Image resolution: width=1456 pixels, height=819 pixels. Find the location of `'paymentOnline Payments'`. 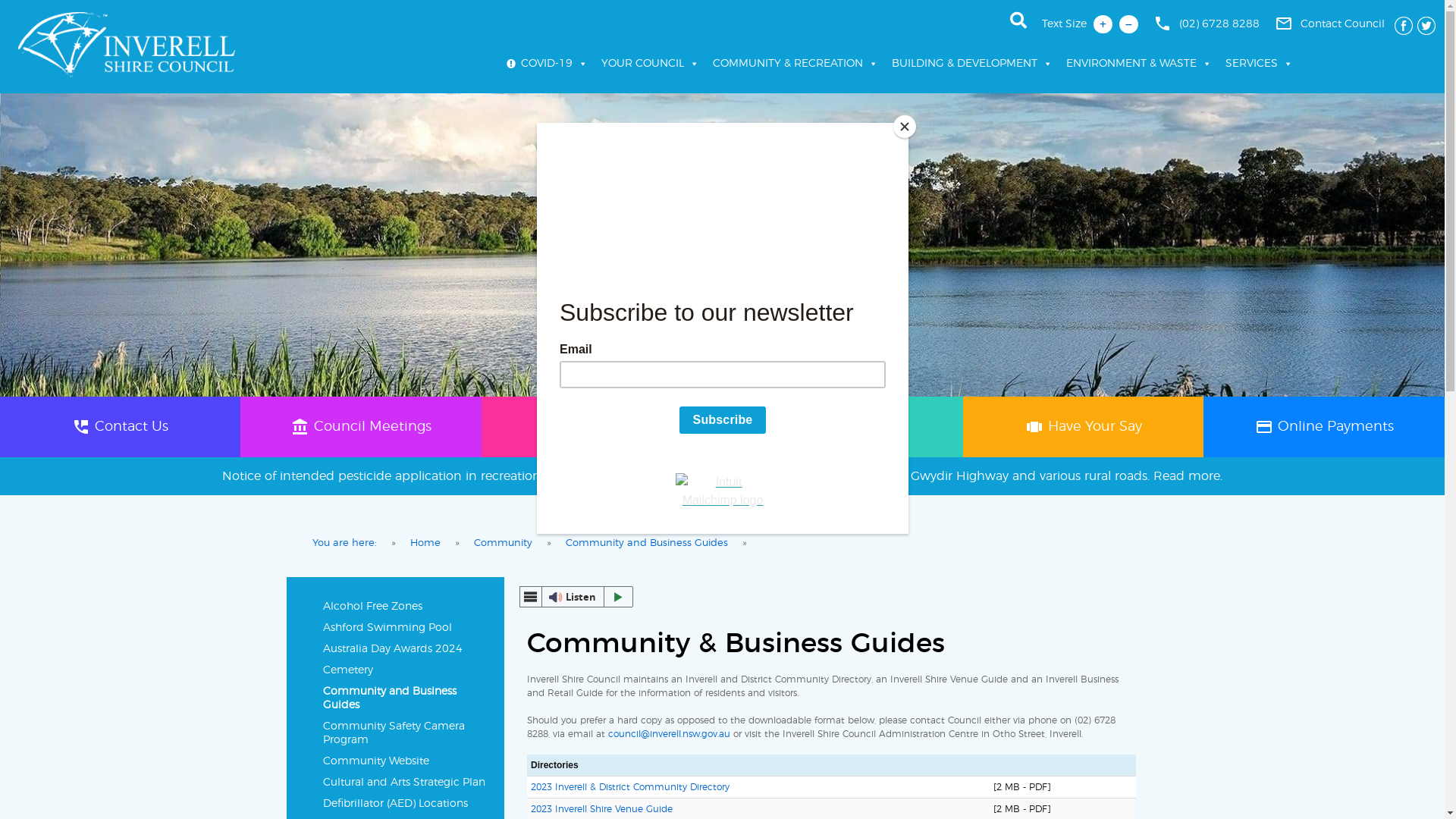

'paymentOnline Payments' is located at coordinates (1323, 427).